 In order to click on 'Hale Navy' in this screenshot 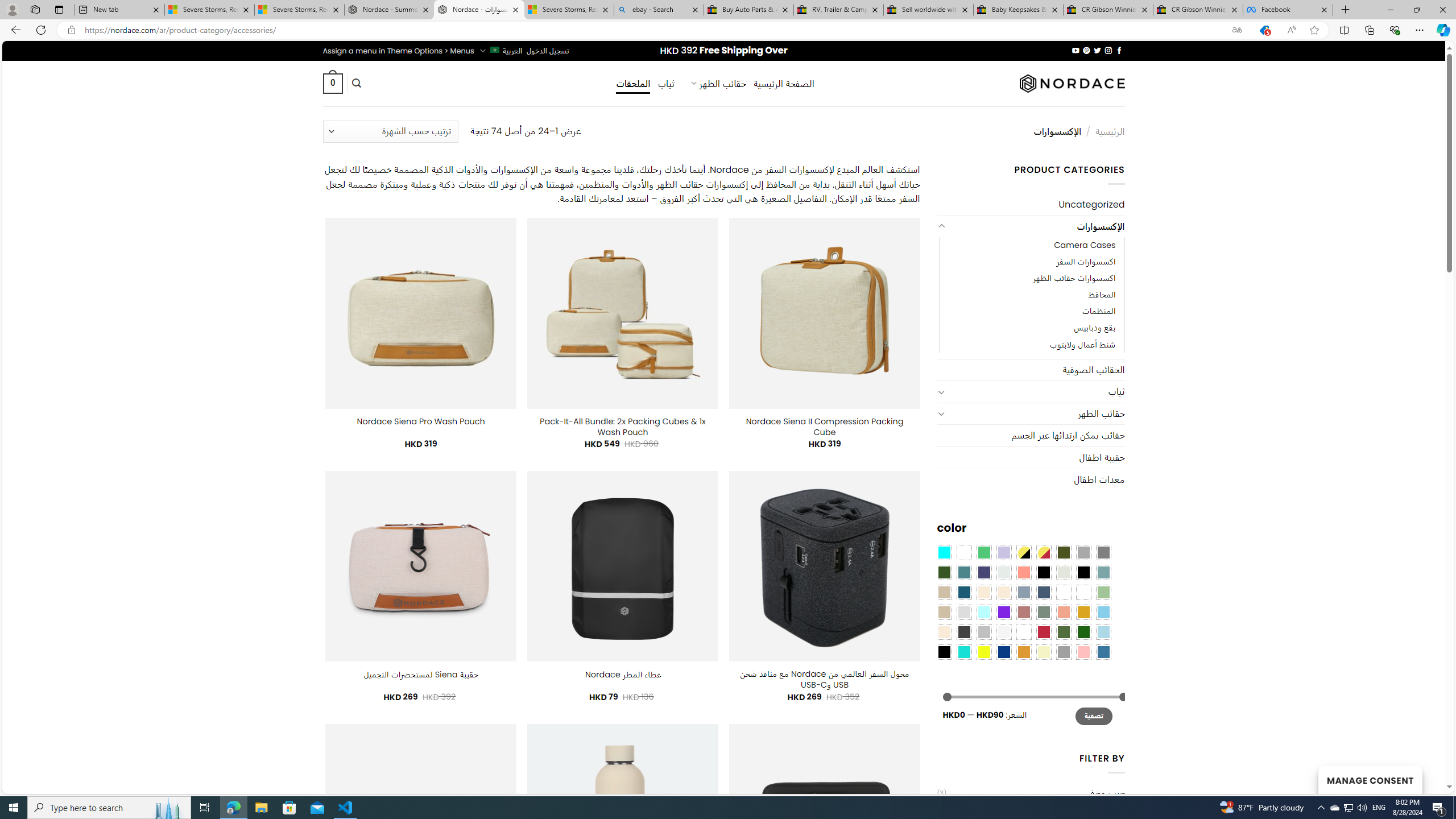, I will do `click(1043, 592)`.